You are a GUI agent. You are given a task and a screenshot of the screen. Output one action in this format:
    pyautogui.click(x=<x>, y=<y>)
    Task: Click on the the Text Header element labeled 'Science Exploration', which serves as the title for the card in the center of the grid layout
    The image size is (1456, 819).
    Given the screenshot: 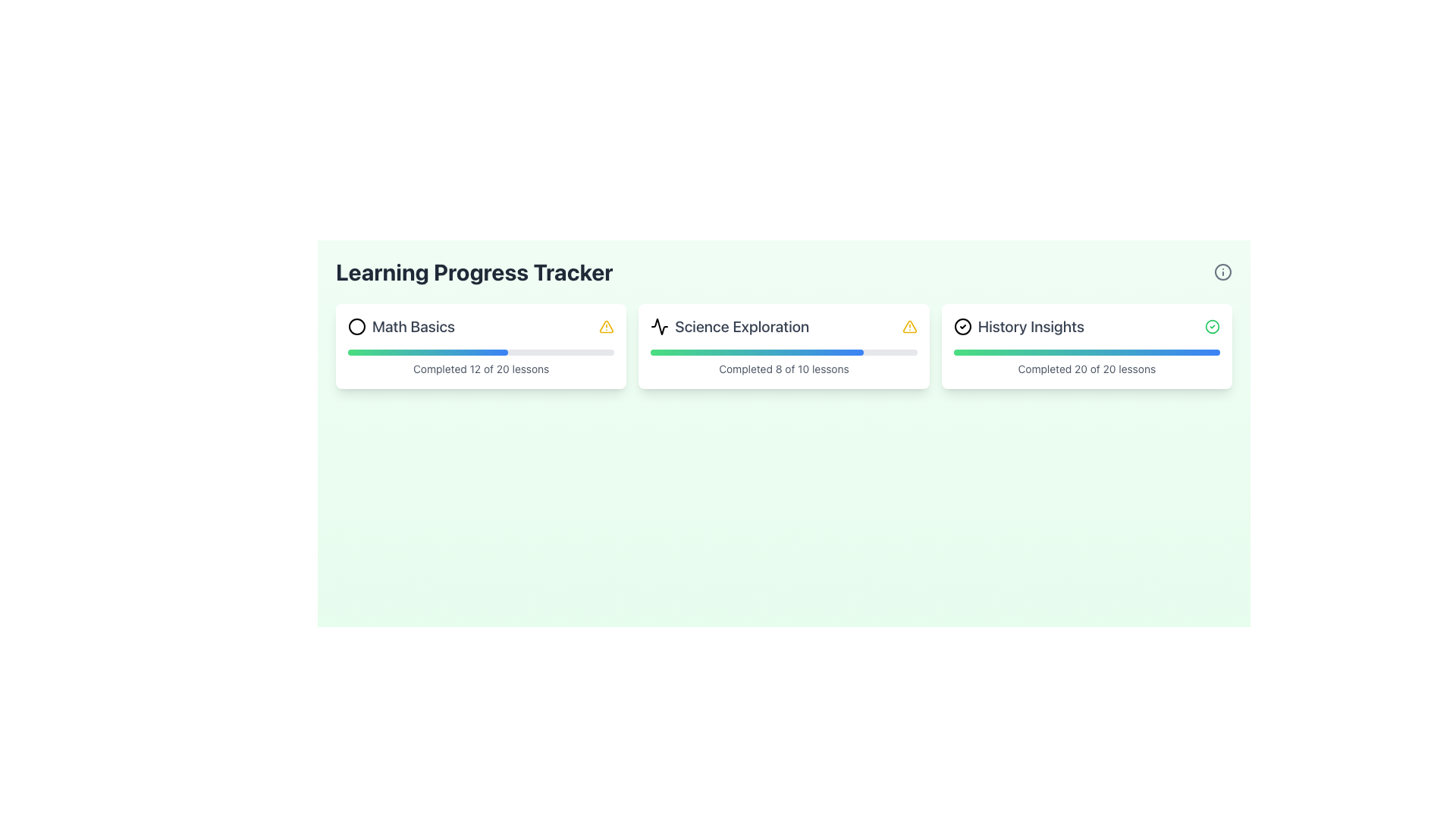 What is the action you would take?
    pyautogui.click(x=783, y=326)
    